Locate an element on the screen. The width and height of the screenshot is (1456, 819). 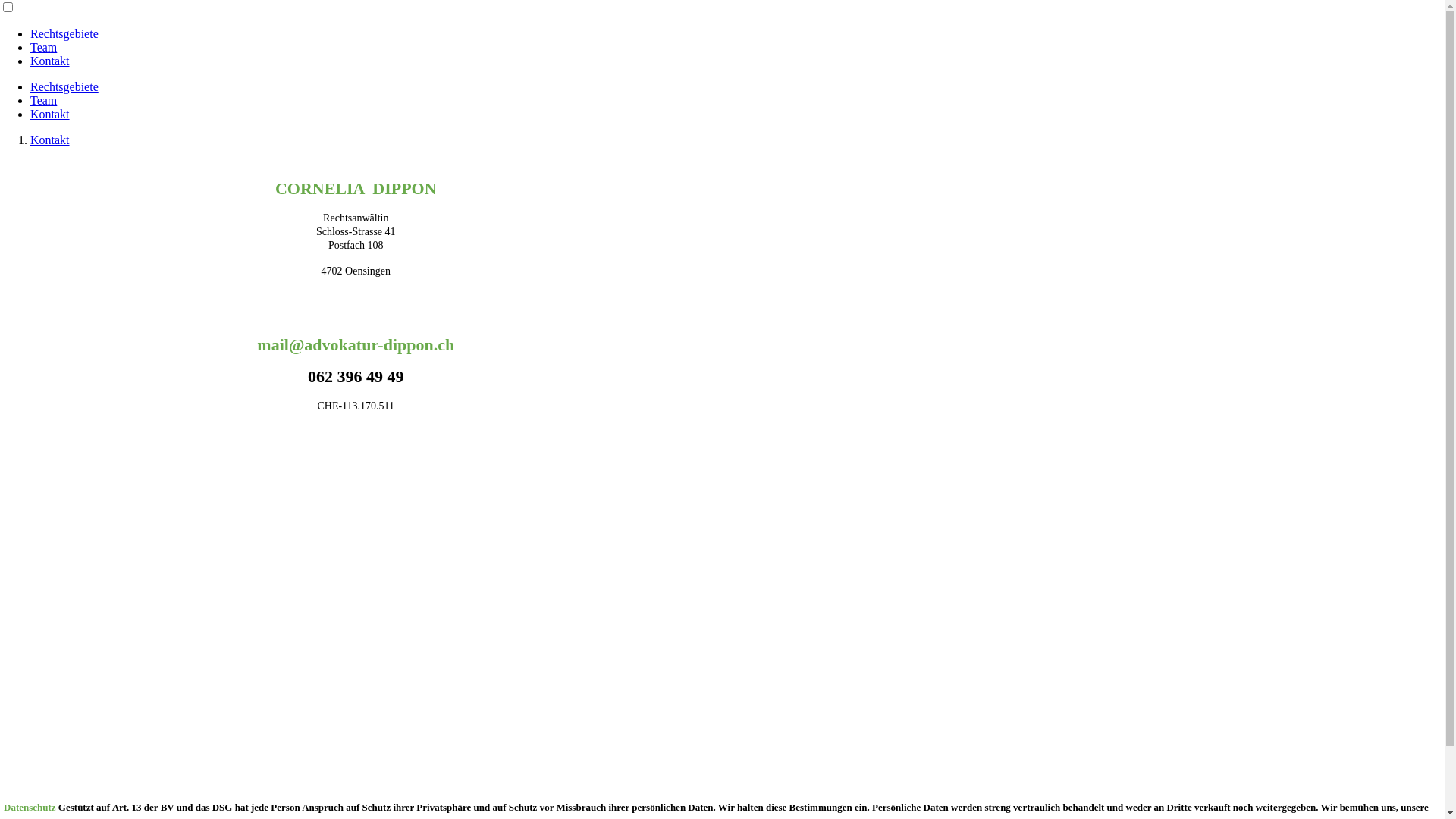
'Kontakt' is located at coordinates (50, 113).